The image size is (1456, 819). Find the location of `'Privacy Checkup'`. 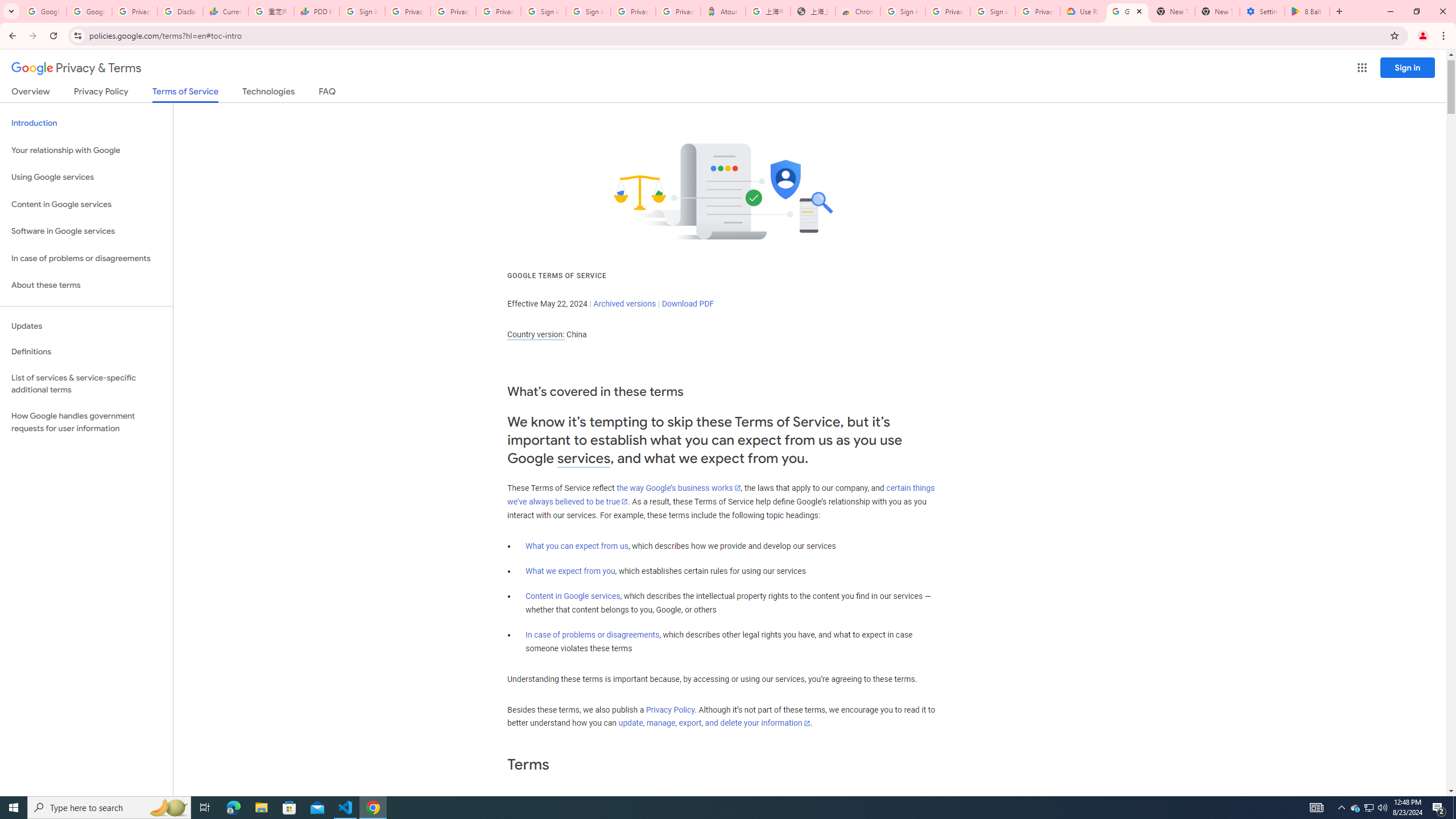

'Privacy Checkup' is located at coordinates (498, 11).